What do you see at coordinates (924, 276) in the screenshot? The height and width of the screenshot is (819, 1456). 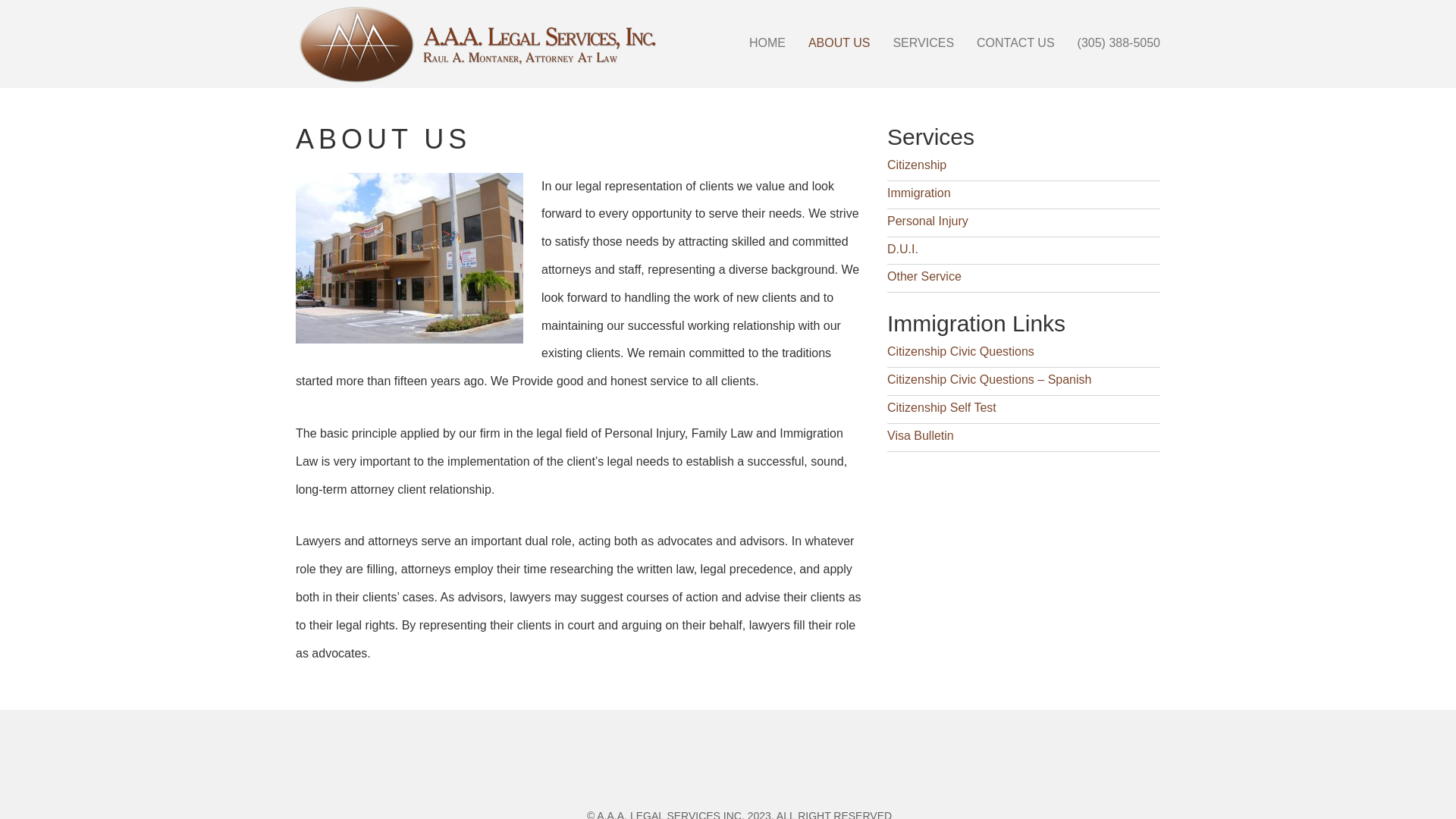 I see `'Other Service'` at bounding box center [924, 276].